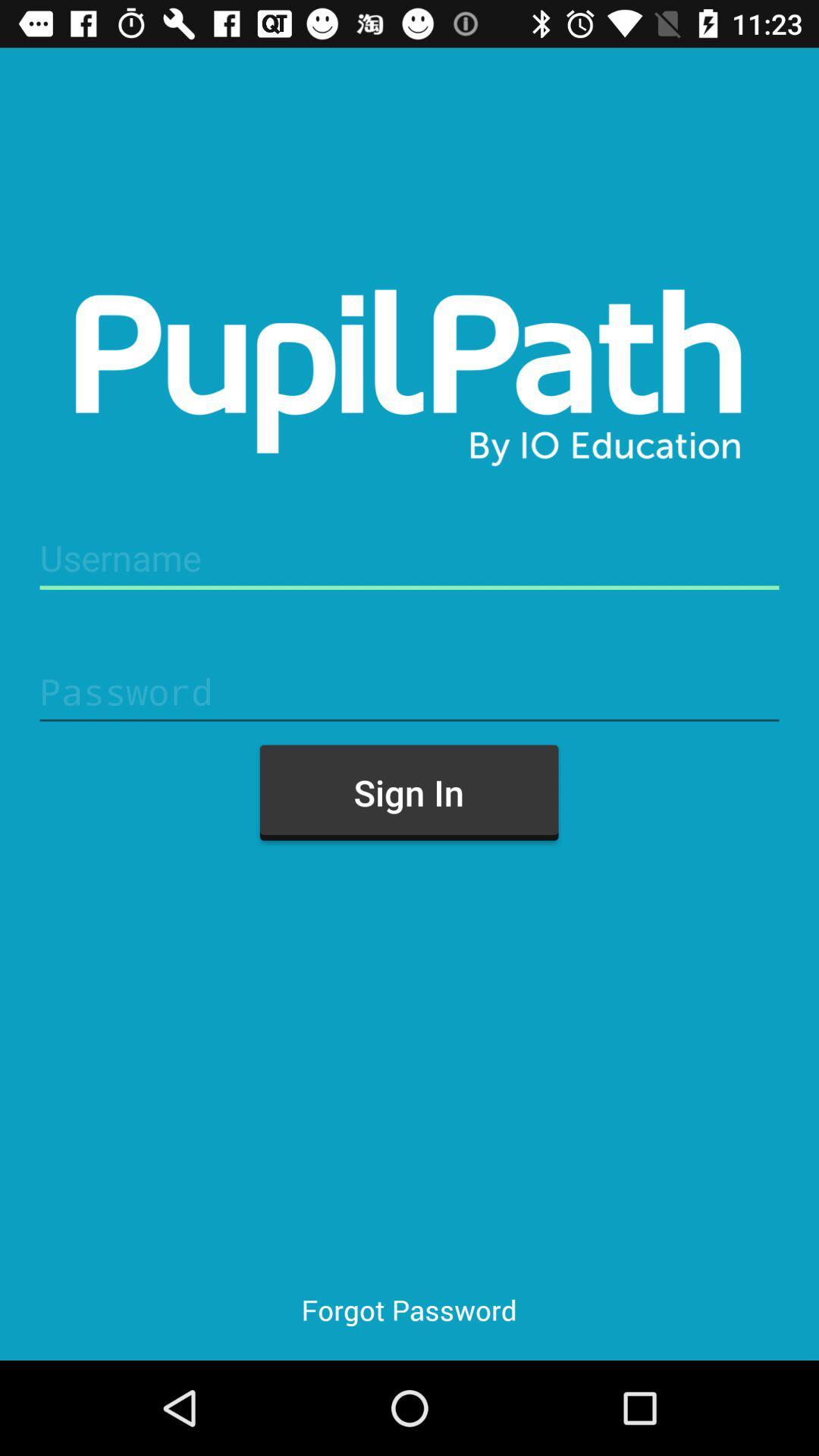 The height and width of the screenshot is (1456, 819). I want to click on the item above forgot password icon, so click(408, 792).